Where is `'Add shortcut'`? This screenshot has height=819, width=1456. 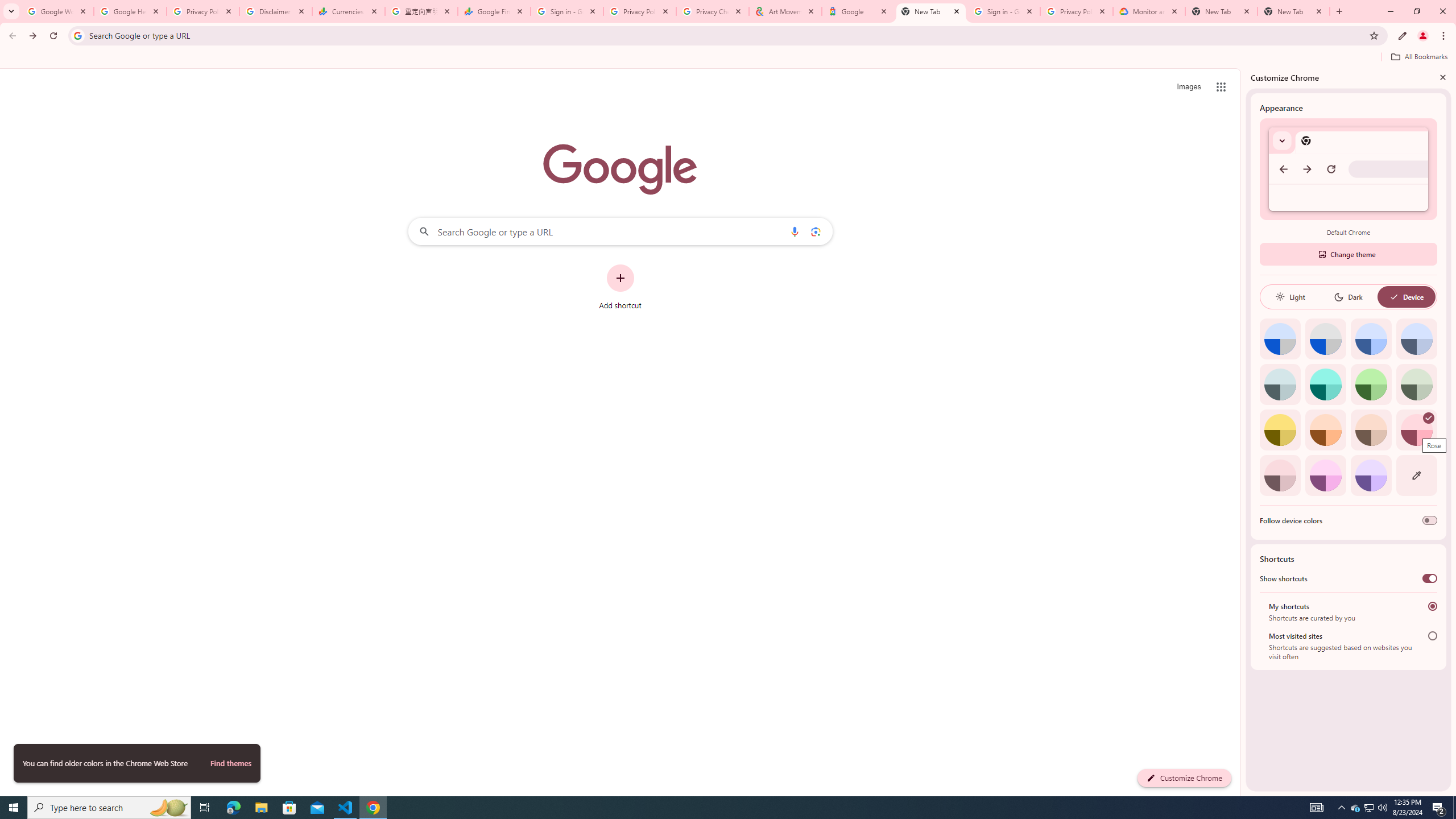
'Add shortcut' is located at coordinates (619, 287).